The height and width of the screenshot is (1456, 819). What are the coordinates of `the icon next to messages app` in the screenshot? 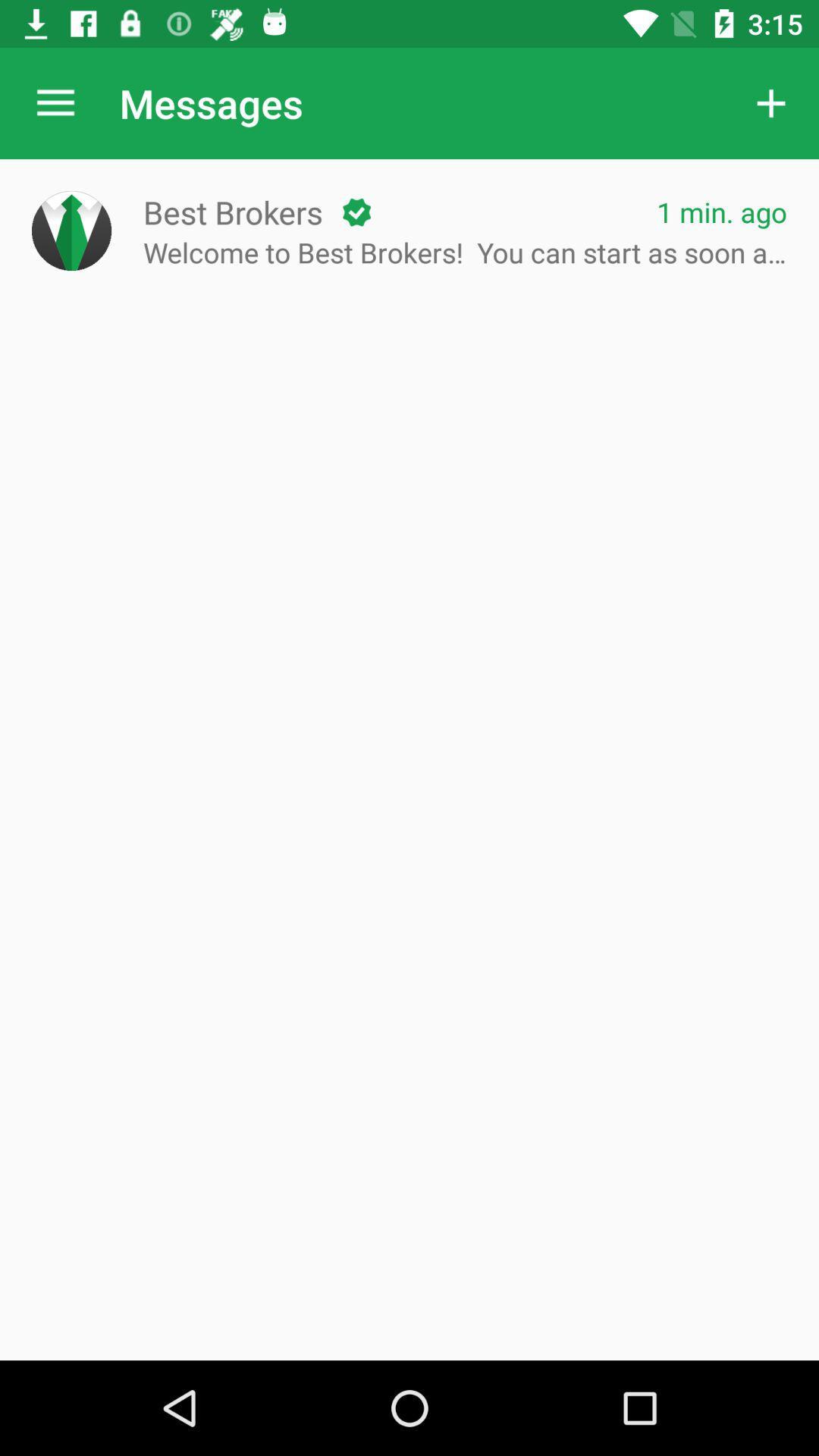 It's located at (55, 102).